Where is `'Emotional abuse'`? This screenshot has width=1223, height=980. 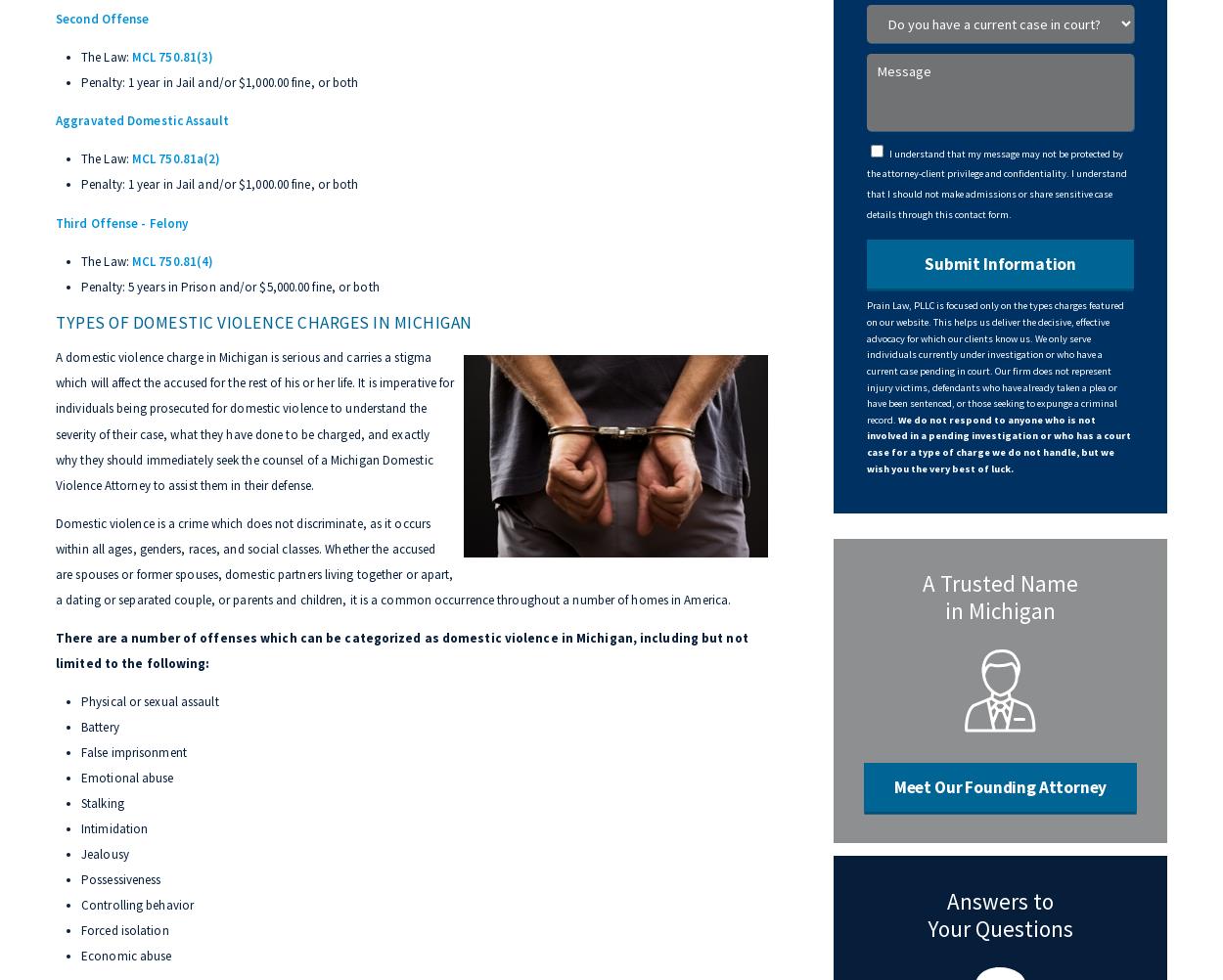
'Emotional abuse' is located at coordinates (127, 776).